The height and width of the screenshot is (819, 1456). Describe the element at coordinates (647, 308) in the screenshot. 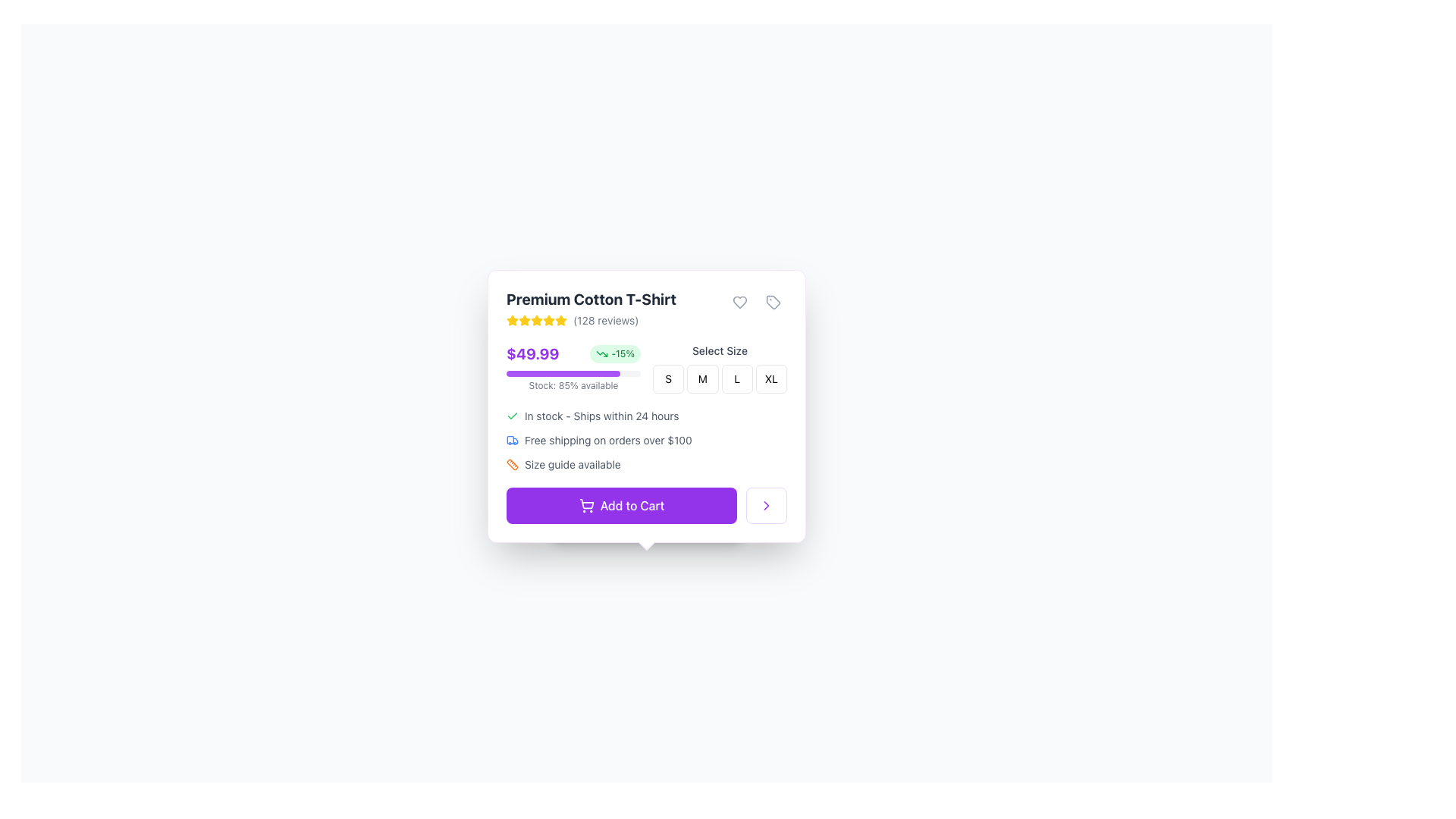

I see `the Header or Title element displaying the product's name and review count` at that location.